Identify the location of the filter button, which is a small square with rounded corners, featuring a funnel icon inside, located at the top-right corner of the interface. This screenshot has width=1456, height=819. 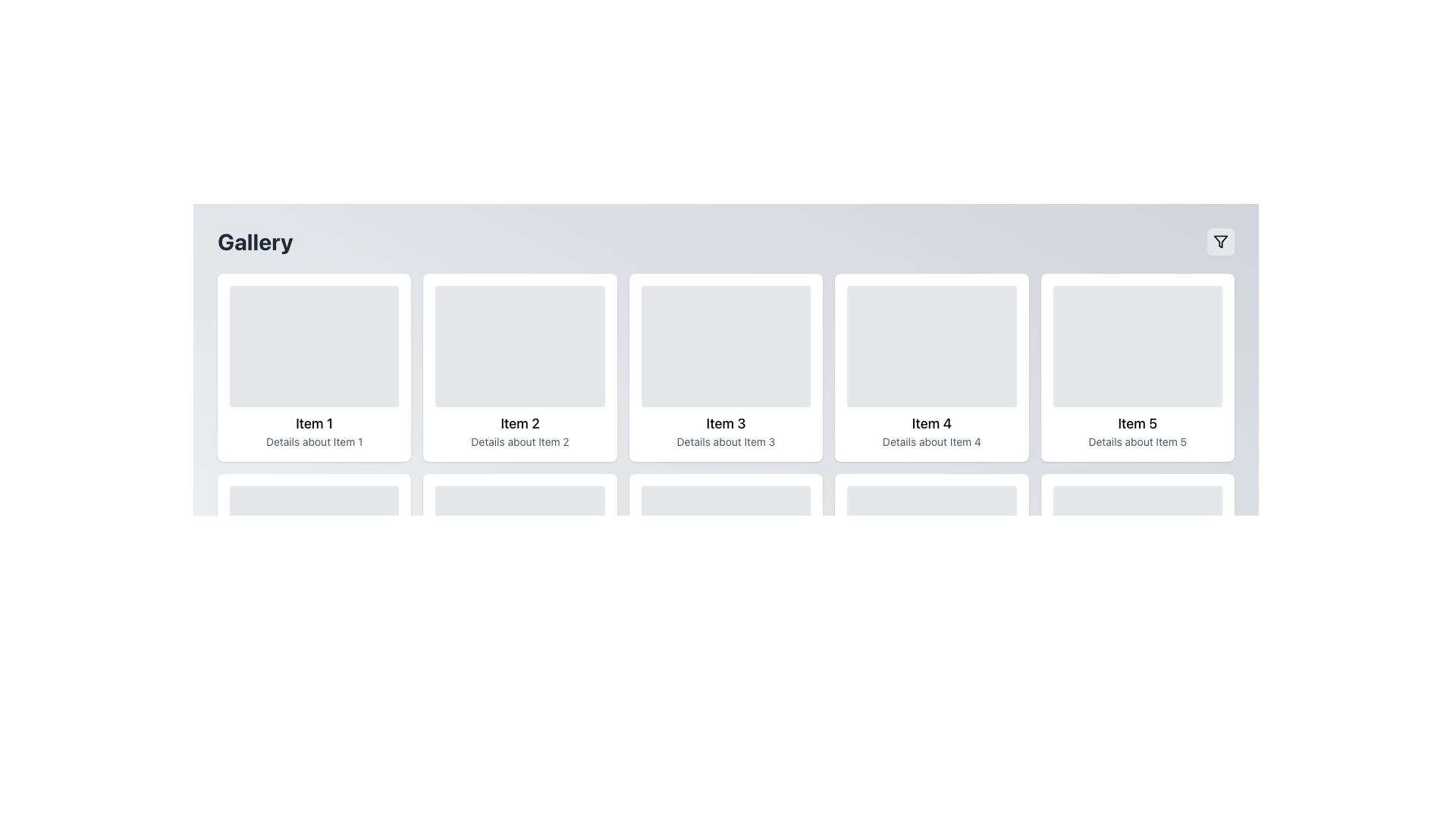
(1220, 241).